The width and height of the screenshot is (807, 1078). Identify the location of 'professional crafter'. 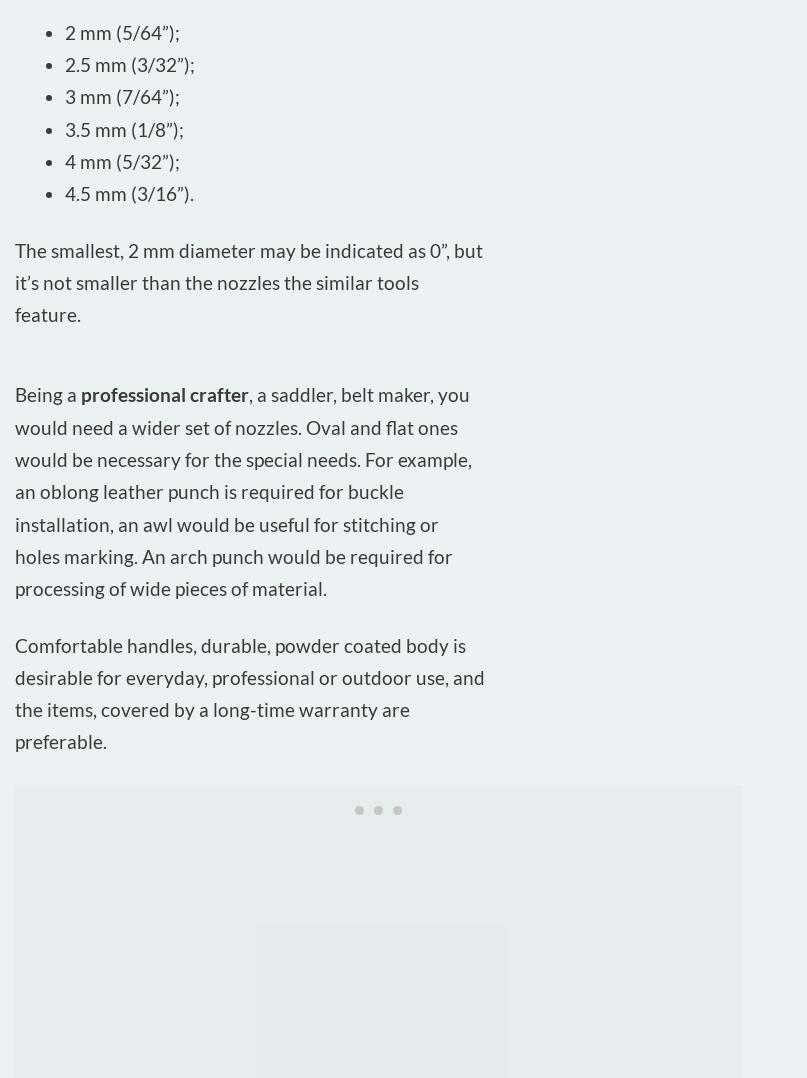
(81, 393).